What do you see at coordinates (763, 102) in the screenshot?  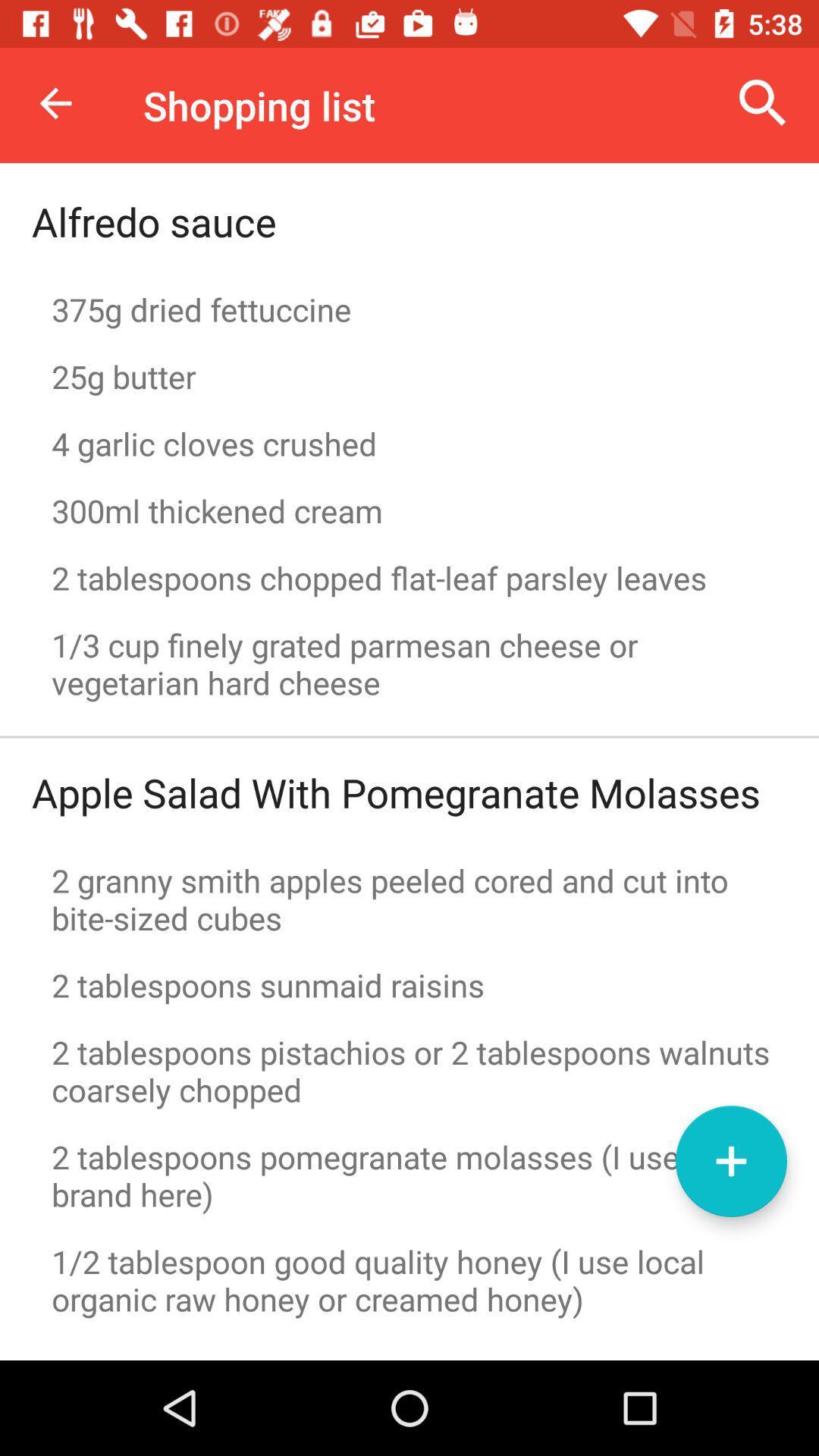 I see `icon above the 375g dried fettuccine item` at bounding box center [763, 102].